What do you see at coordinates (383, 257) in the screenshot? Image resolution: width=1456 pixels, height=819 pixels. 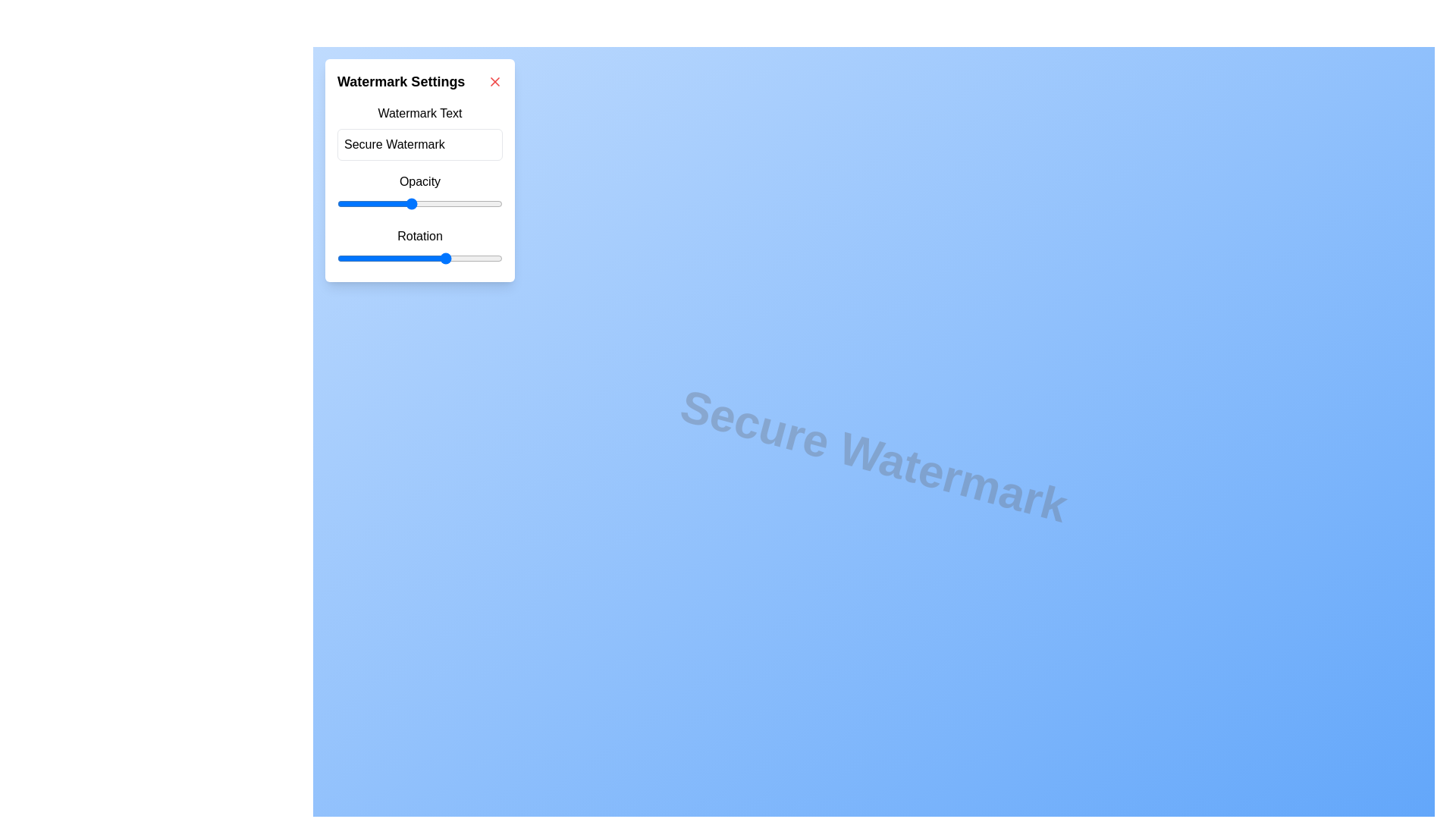 I see `the rotation value` at bounding box center [383, 257].